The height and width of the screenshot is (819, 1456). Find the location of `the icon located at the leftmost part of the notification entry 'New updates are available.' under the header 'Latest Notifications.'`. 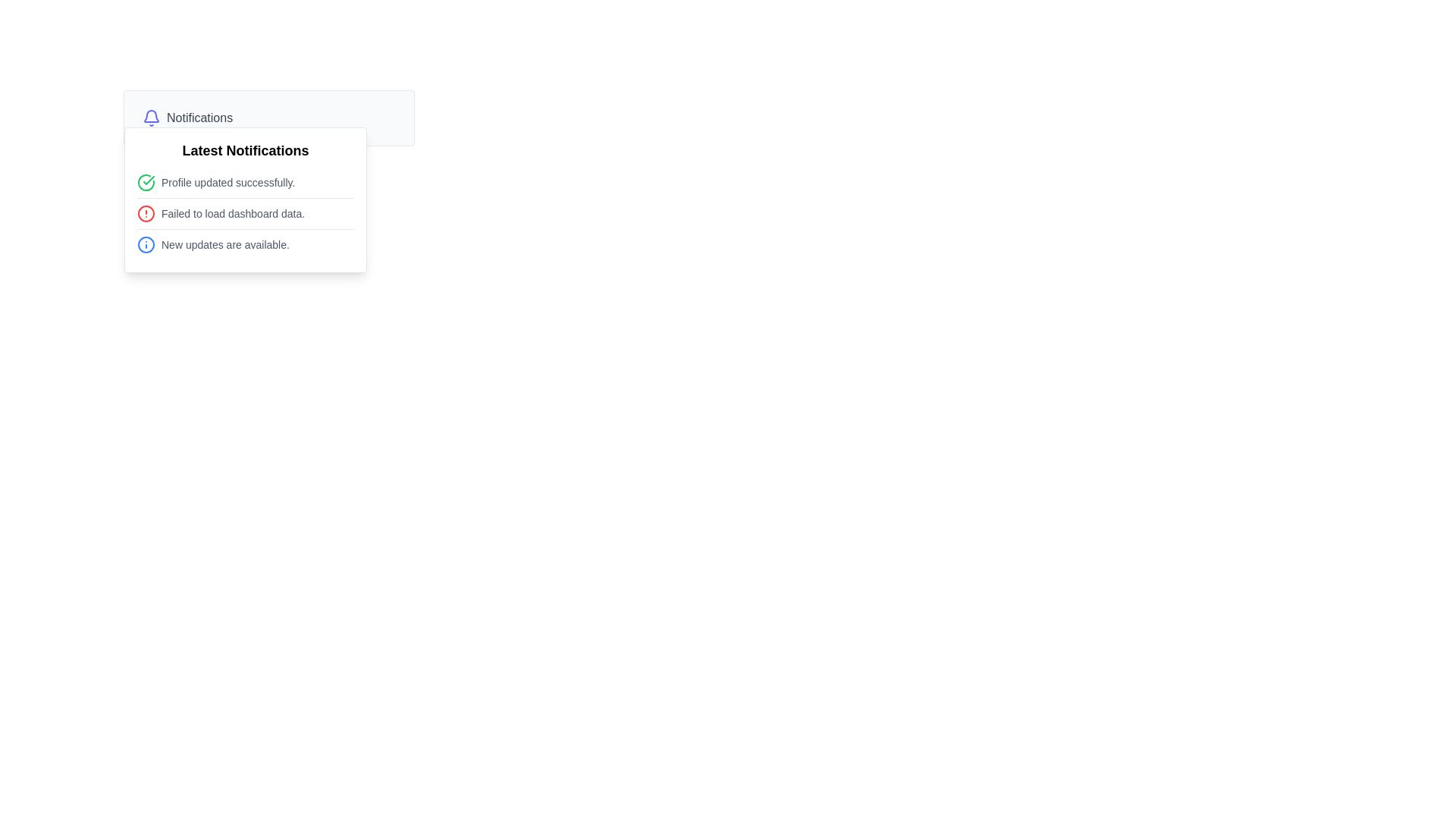

the icon located at the leftmost part of the notification entry 'New updates are available.' under the header 'Latest Notifications.' is located at coordinates (146, 244).